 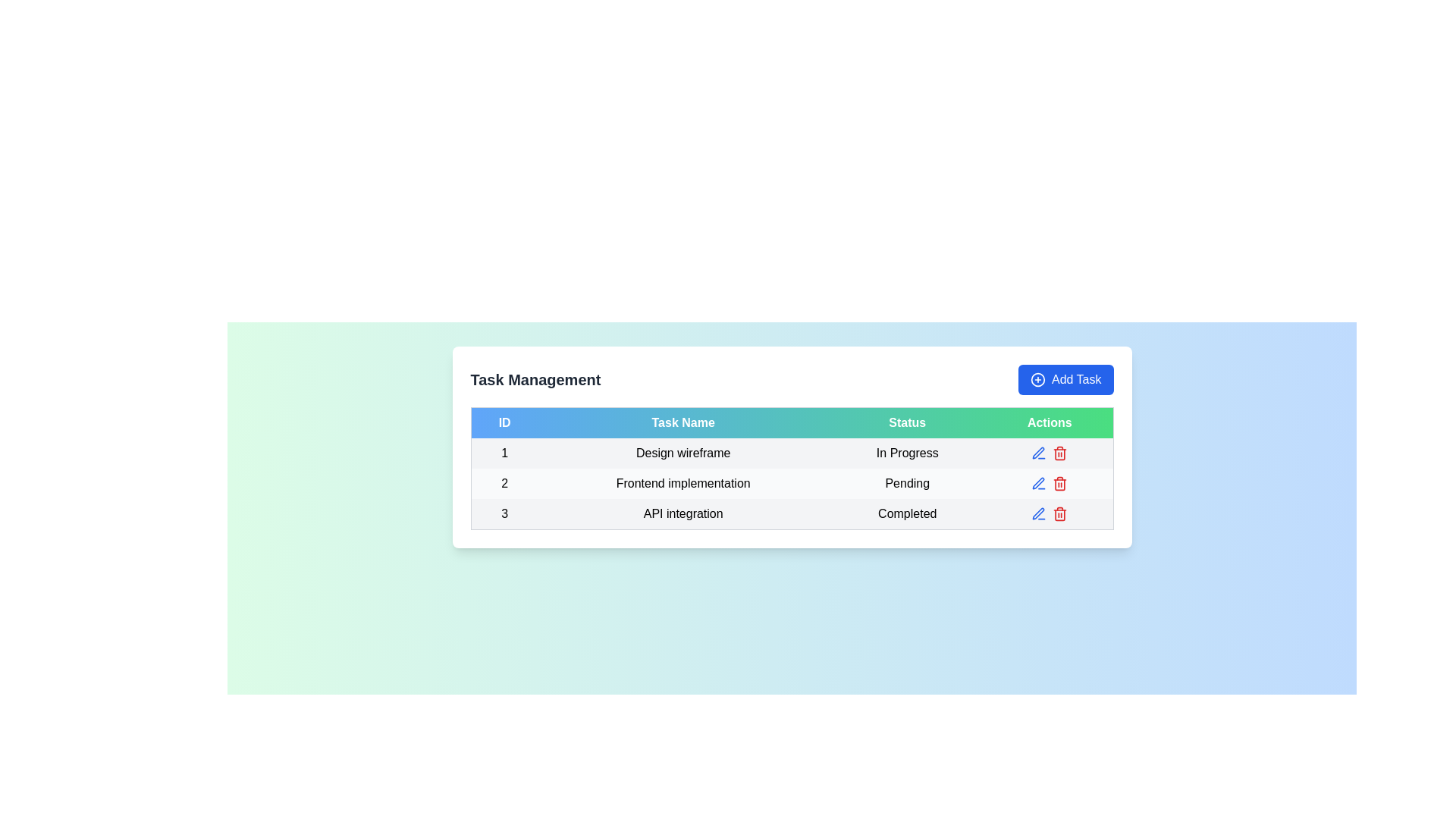 I want to click on the static text label displaying the task name 'API integration' located in the third row of the table under the 'Task Name' column, so click(x=682, y=513).